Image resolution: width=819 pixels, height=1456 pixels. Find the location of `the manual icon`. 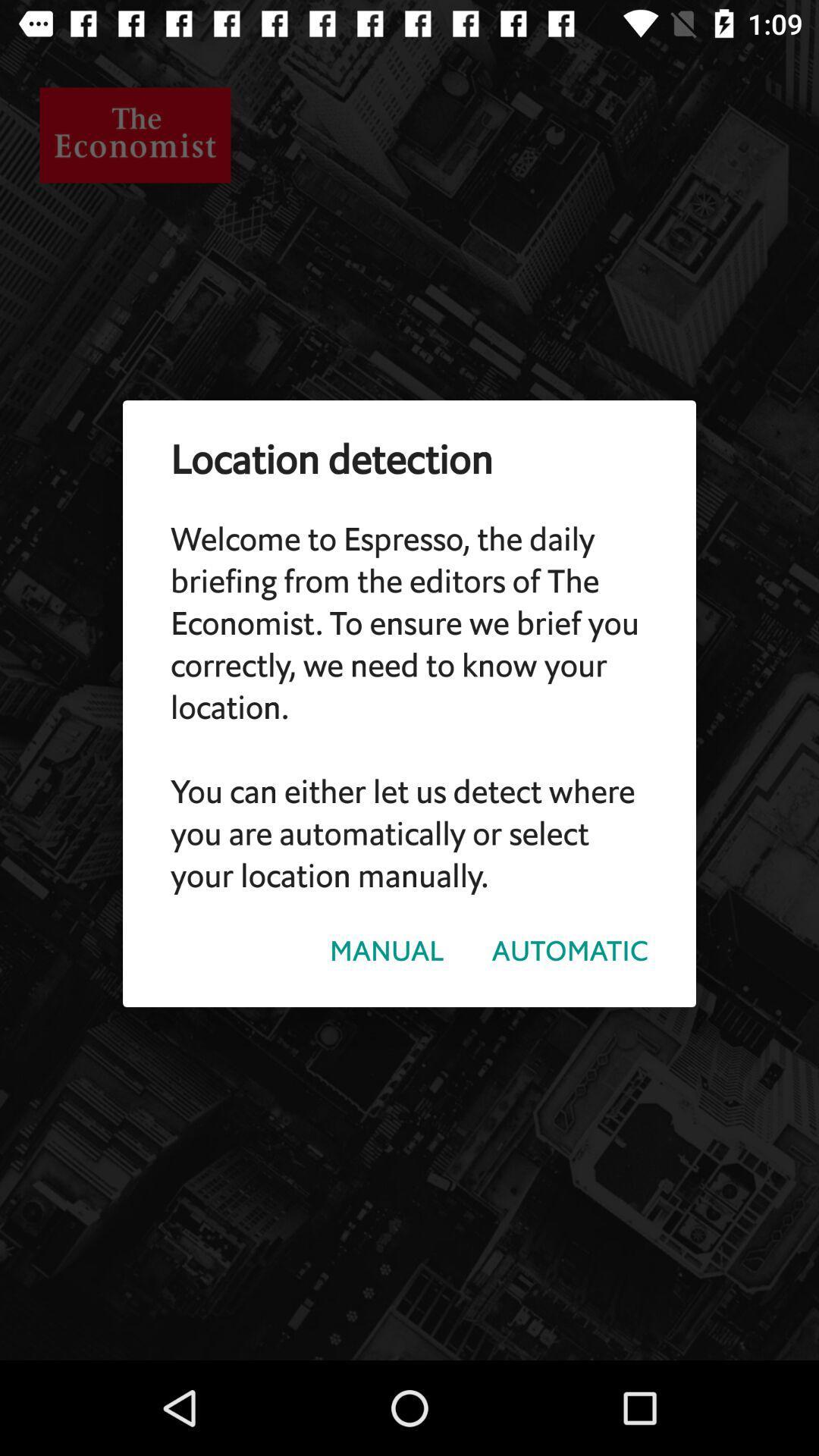

the manual icon is located at coordinates (386, 950).